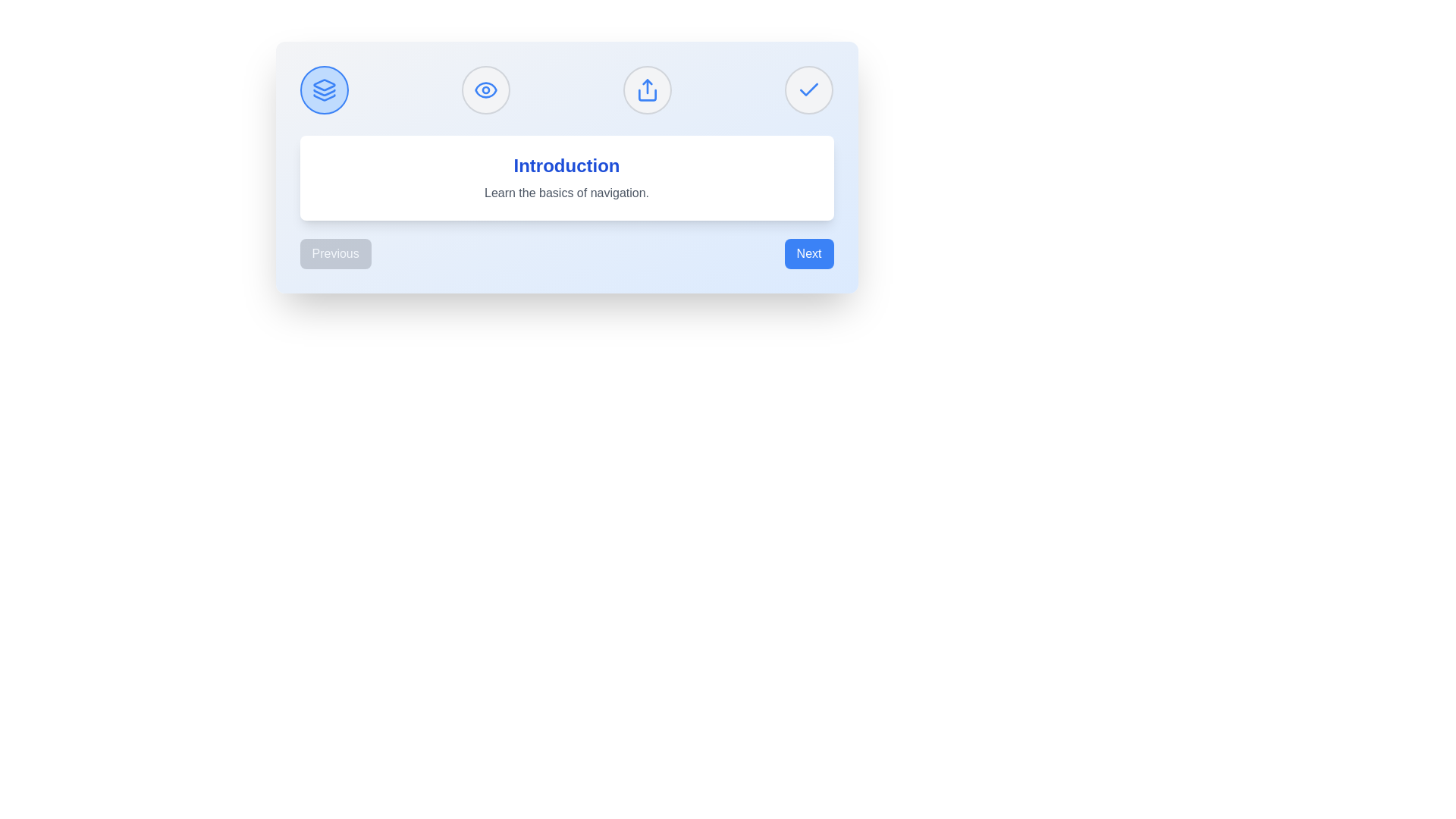 The image size is (1456, 819). Describe the element at coordinates (334, 253) in the screenshot. I see `the 'Previous' button to navigate to the previous step` at that location.